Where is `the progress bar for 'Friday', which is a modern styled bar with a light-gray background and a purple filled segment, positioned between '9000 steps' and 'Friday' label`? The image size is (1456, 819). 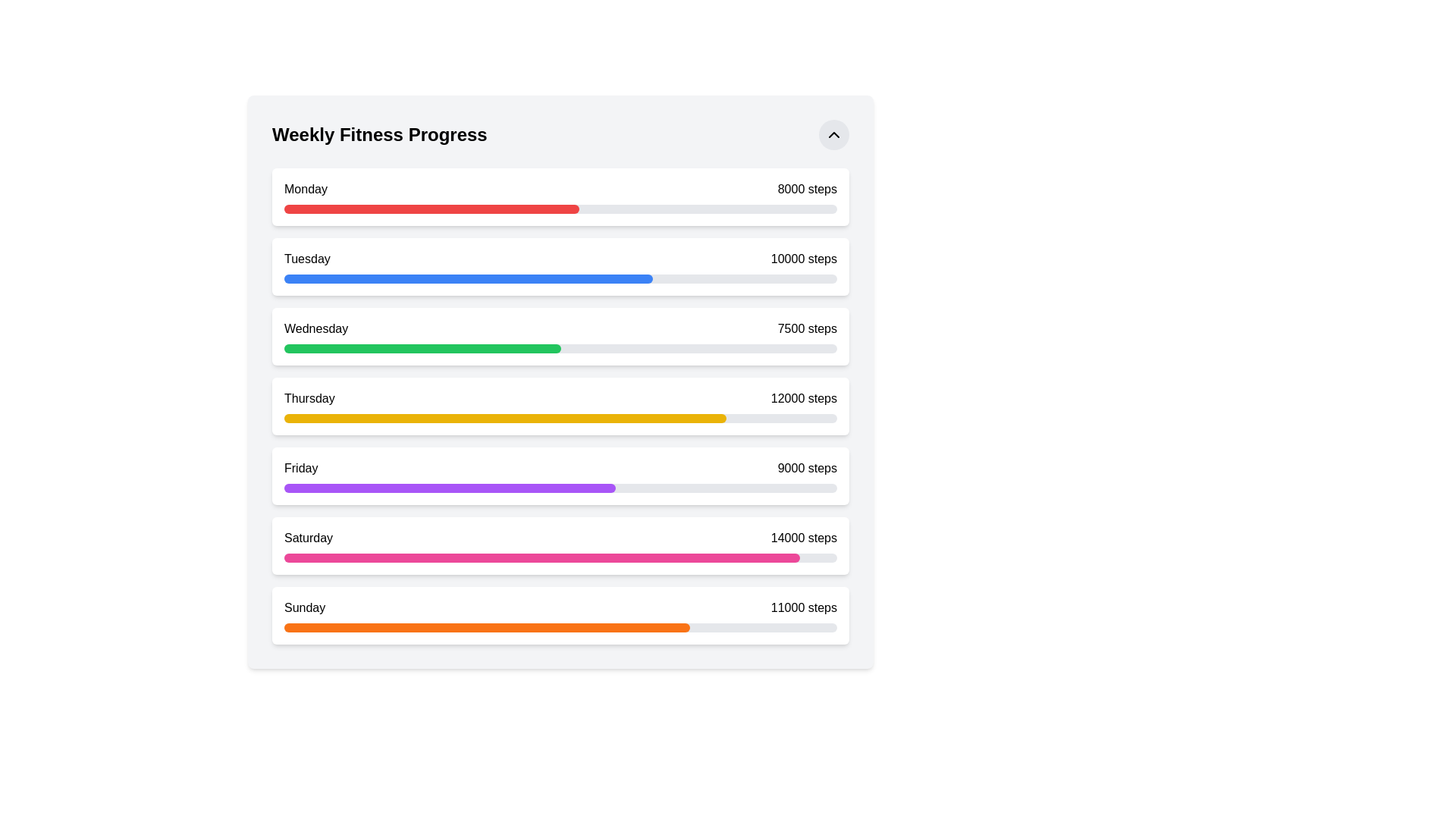
the progress bar for 'Friday', which is a modern styled bar with a light-gray background and a purple filled segment, positioned between '9000 steps' and 'Friday' label is located at coordinates (560, 485).